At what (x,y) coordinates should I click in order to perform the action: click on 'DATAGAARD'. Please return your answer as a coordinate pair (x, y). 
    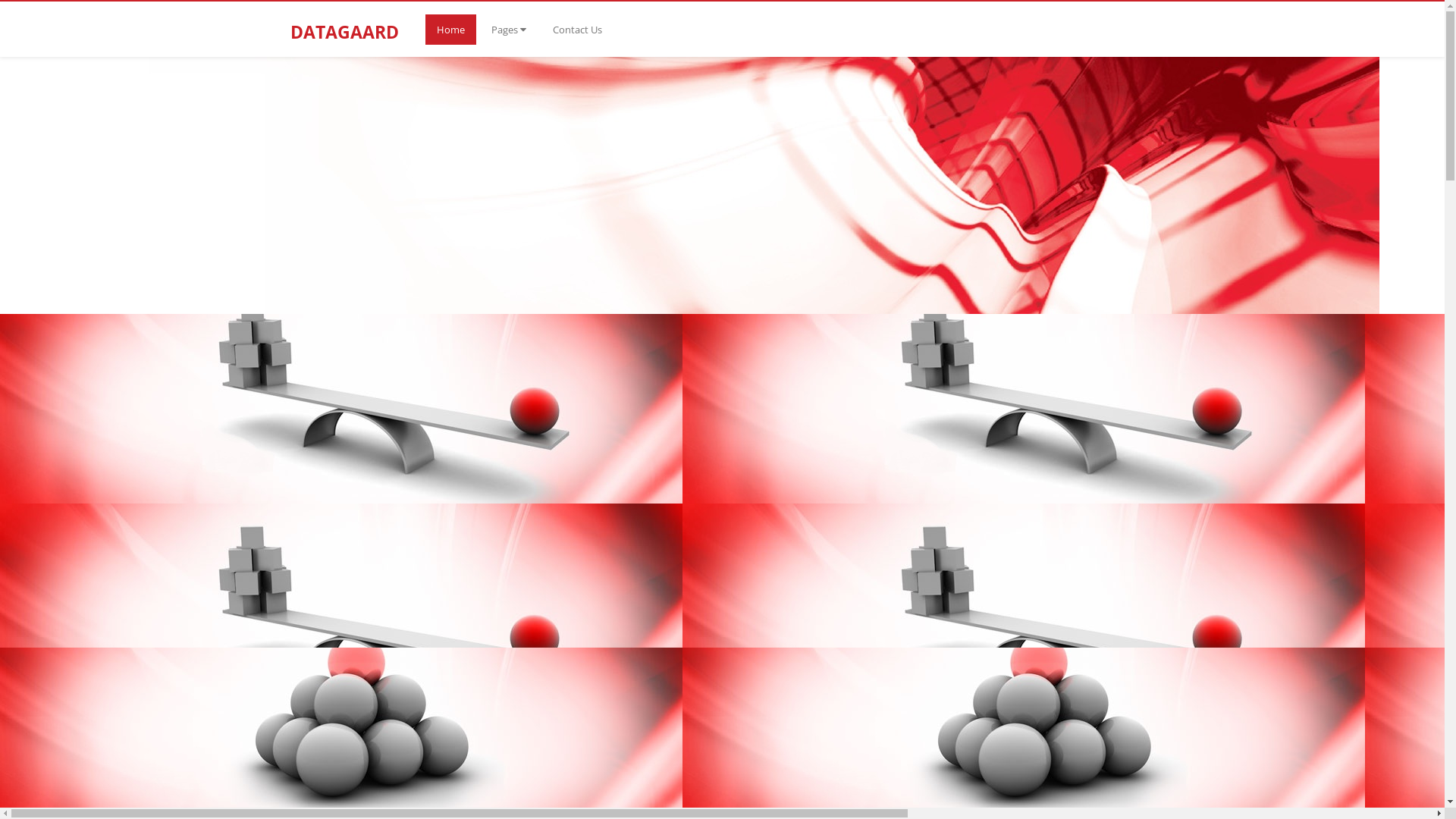
    Looking at the image, I should click on (351, 20).